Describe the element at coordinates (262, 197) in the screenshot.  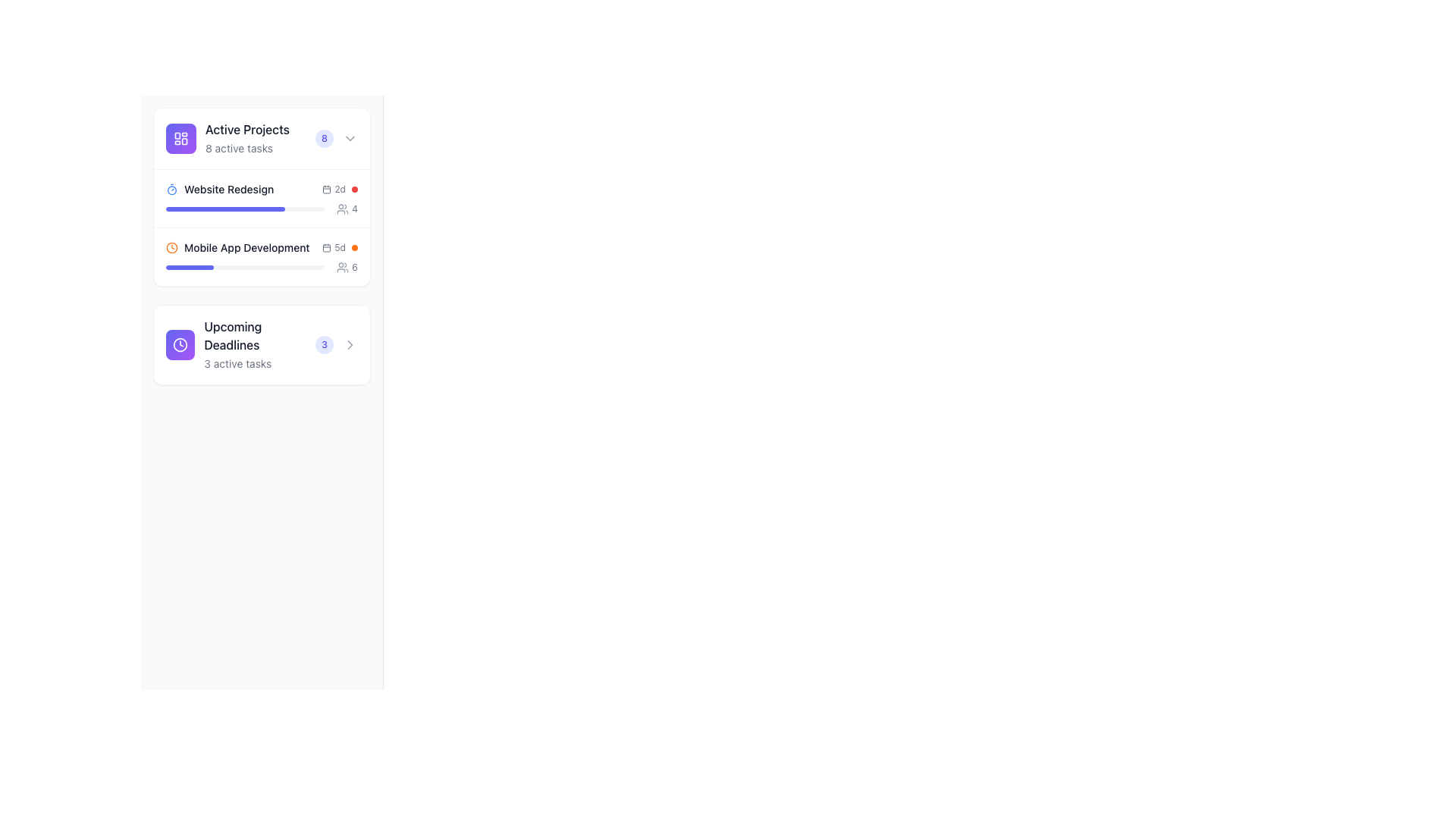
I see `the 'Website Redesign' project list item` at that location.